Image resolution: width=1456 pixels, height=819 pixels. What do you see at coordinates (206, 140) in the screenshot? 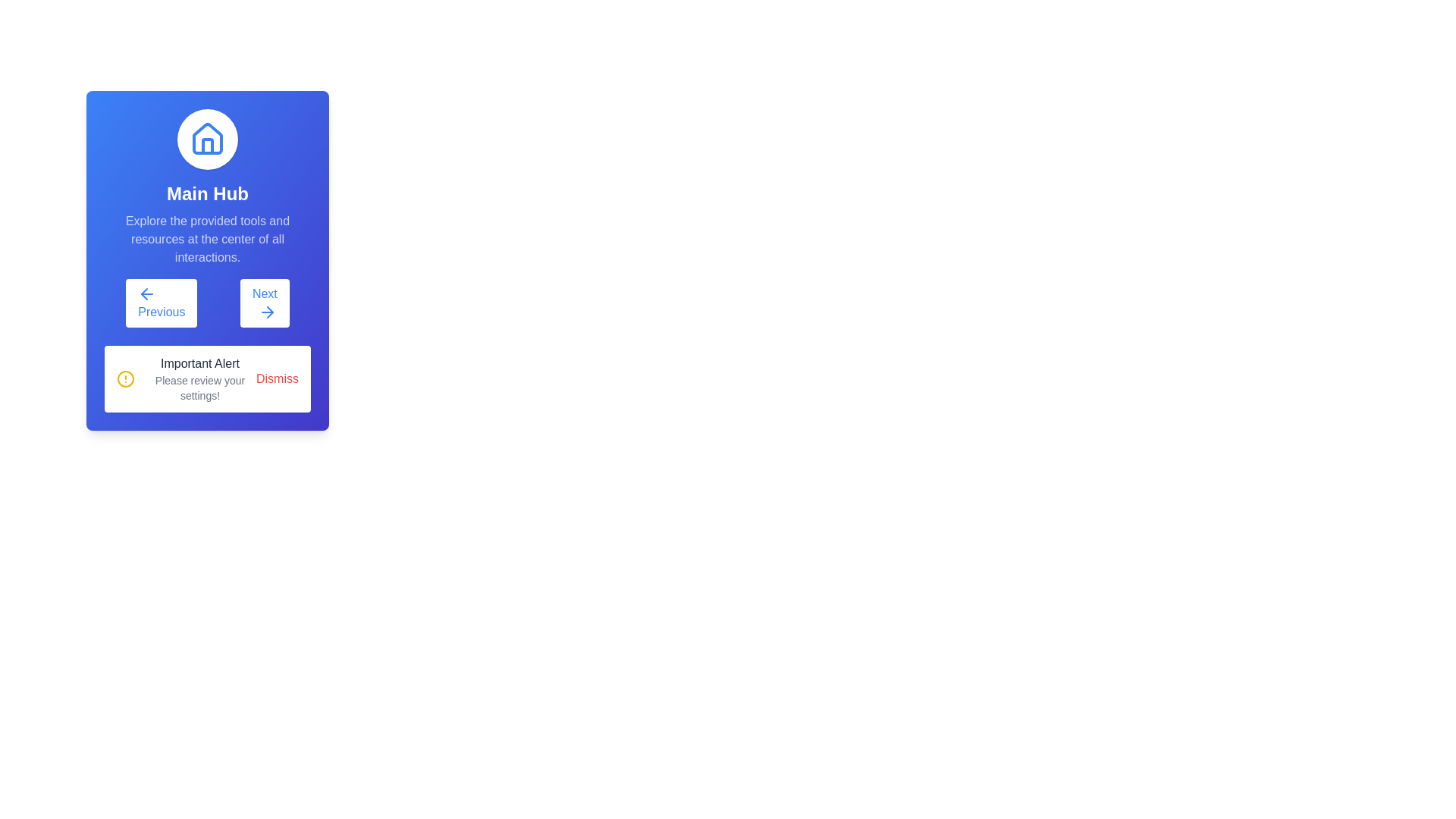
I see `the 'Main Hub' icon, which is centrally located within a white circular background at the top center of a blue card interface` at bounding box center [206, 140].